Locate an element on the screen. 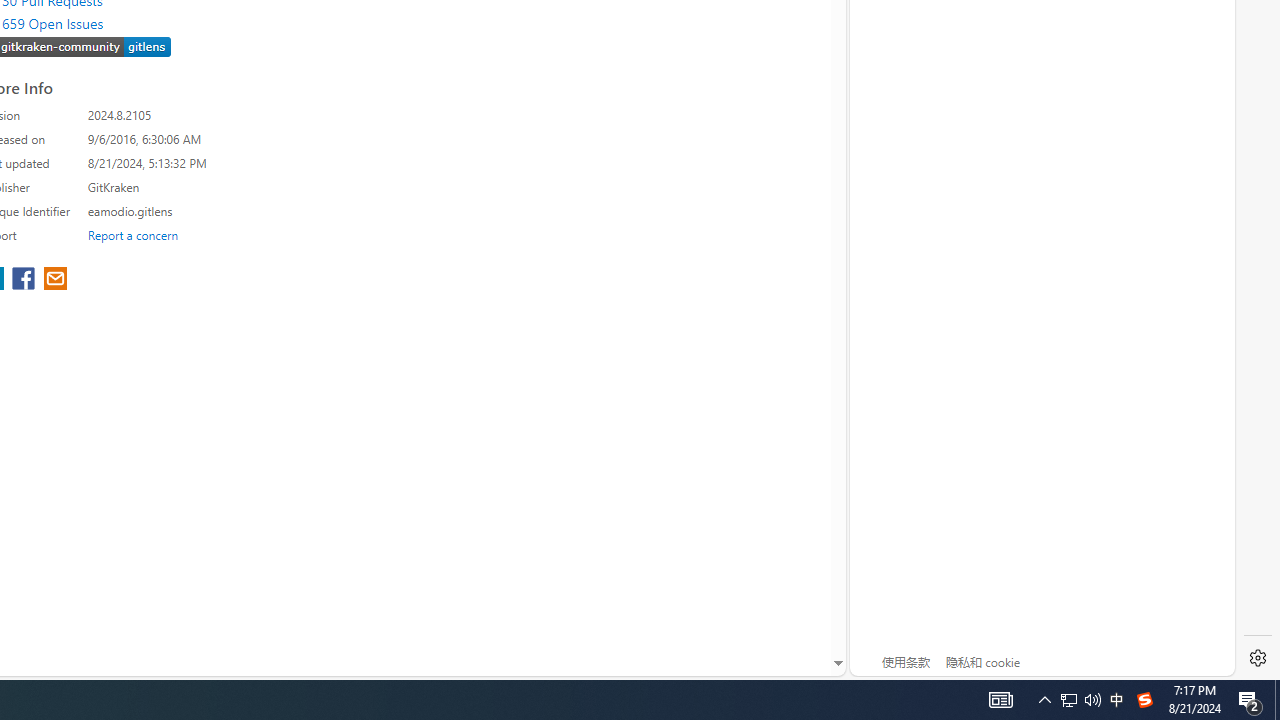  'AutomationID: 4105' is located at coordinates (1079, 698).